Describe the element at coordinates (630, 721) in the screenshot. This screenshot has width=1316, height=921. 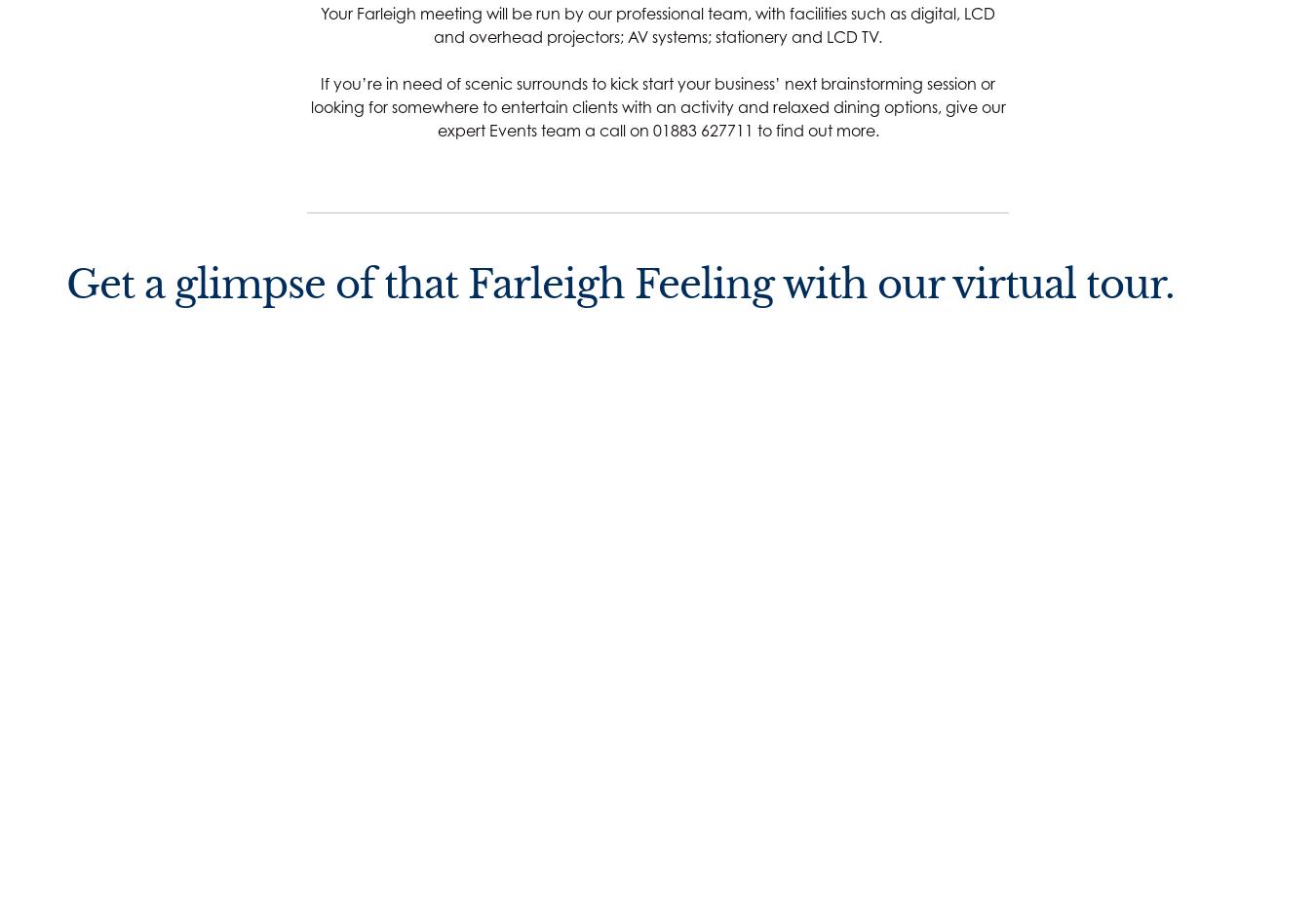
I see `'About Us'` at that location.